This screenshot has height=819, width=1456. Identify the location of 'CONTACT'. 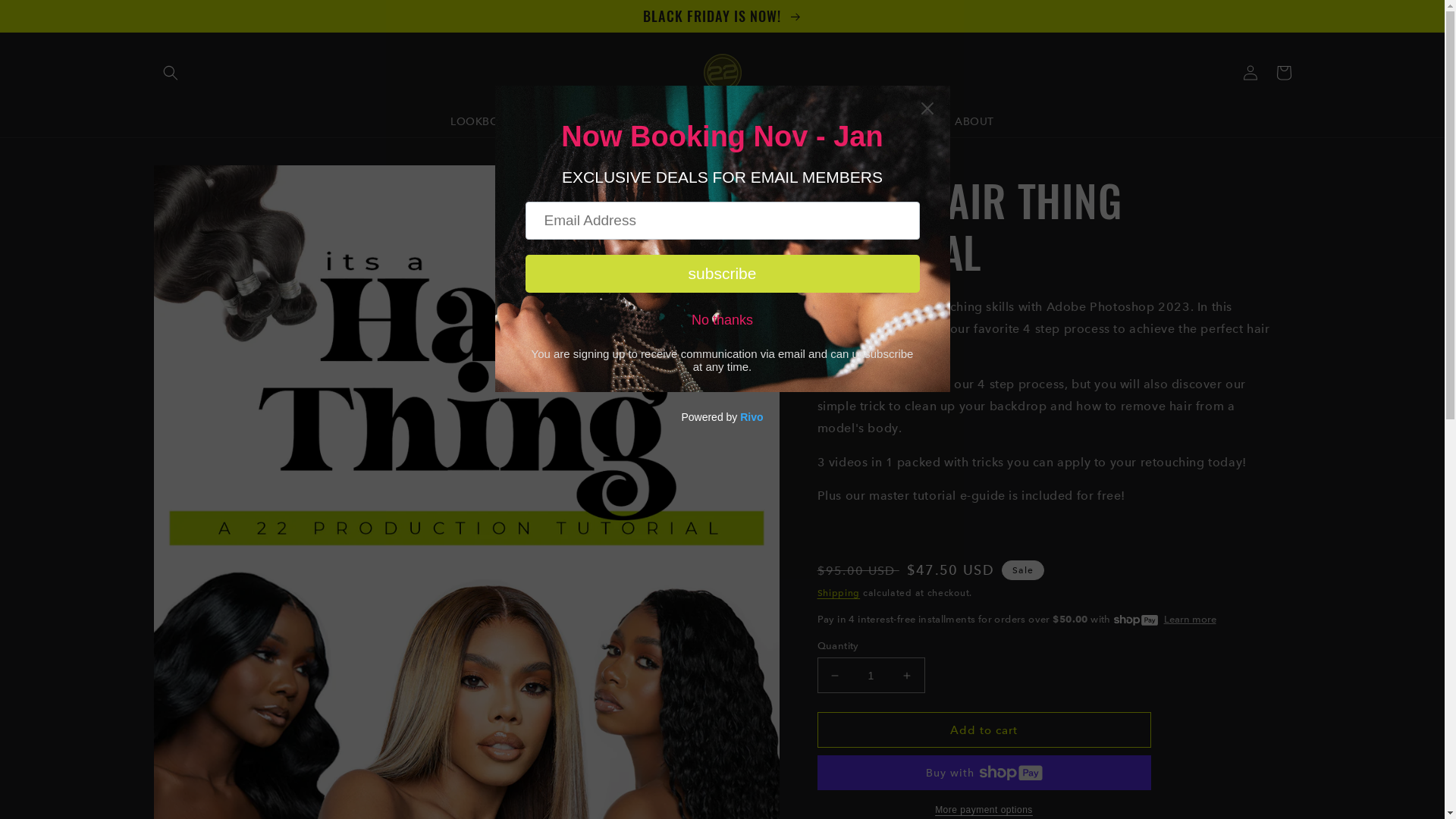
(873, 120).